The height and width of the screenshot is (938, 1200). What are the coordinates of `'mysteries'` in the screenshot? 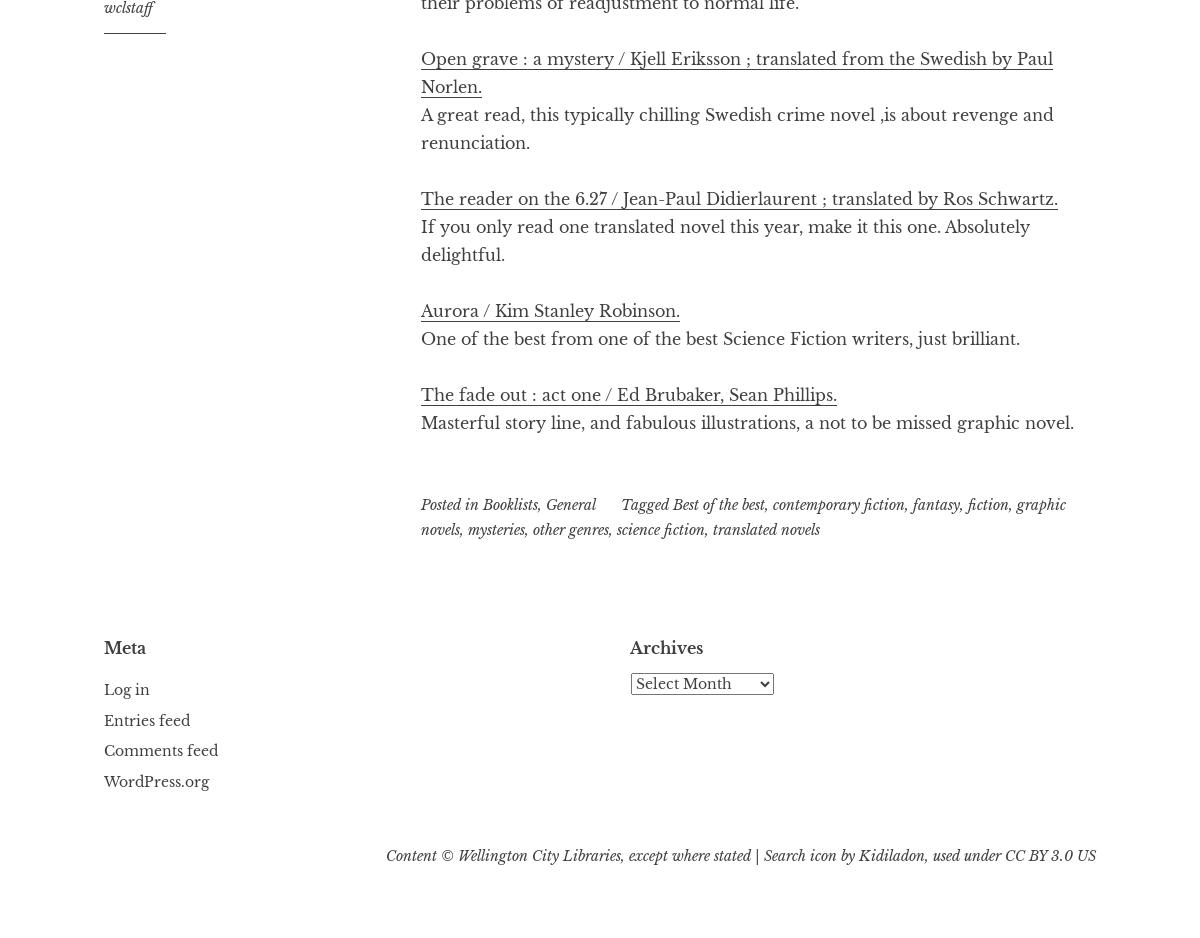 It's located at (495, 528).